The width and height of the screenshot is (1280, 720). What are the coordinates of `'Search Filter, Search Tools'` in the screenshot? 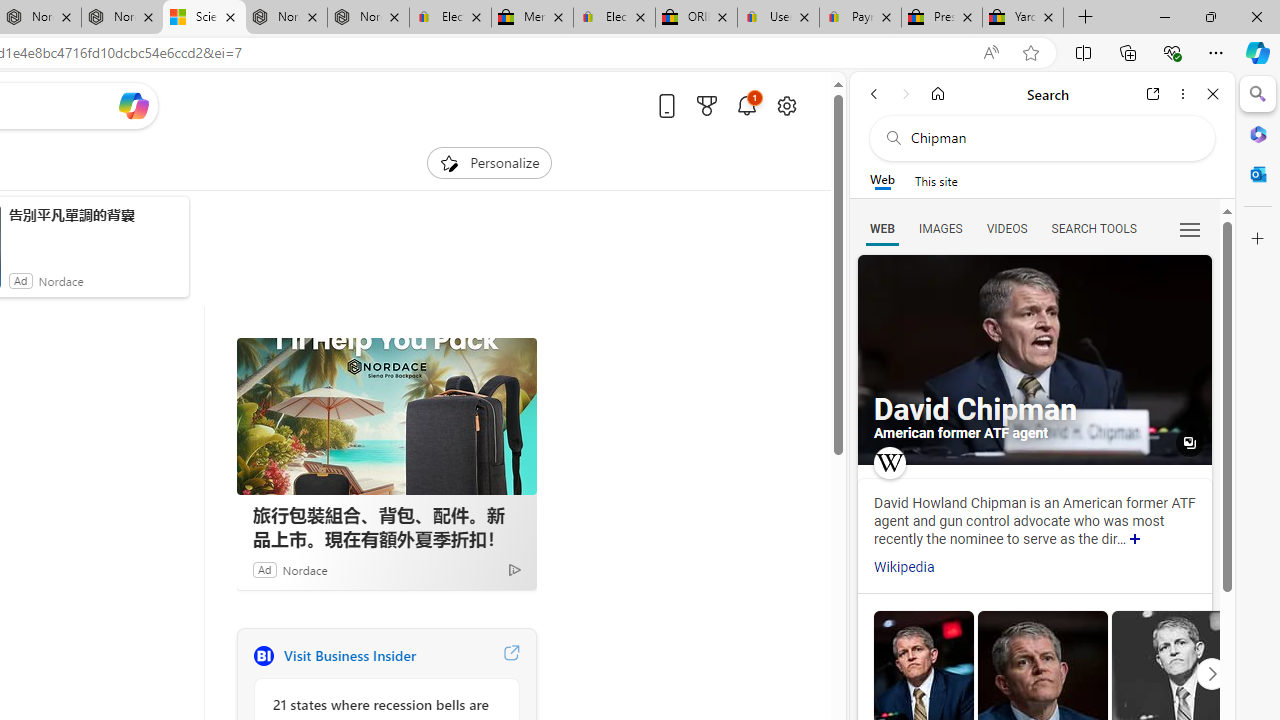 It's located at (1092, 227).